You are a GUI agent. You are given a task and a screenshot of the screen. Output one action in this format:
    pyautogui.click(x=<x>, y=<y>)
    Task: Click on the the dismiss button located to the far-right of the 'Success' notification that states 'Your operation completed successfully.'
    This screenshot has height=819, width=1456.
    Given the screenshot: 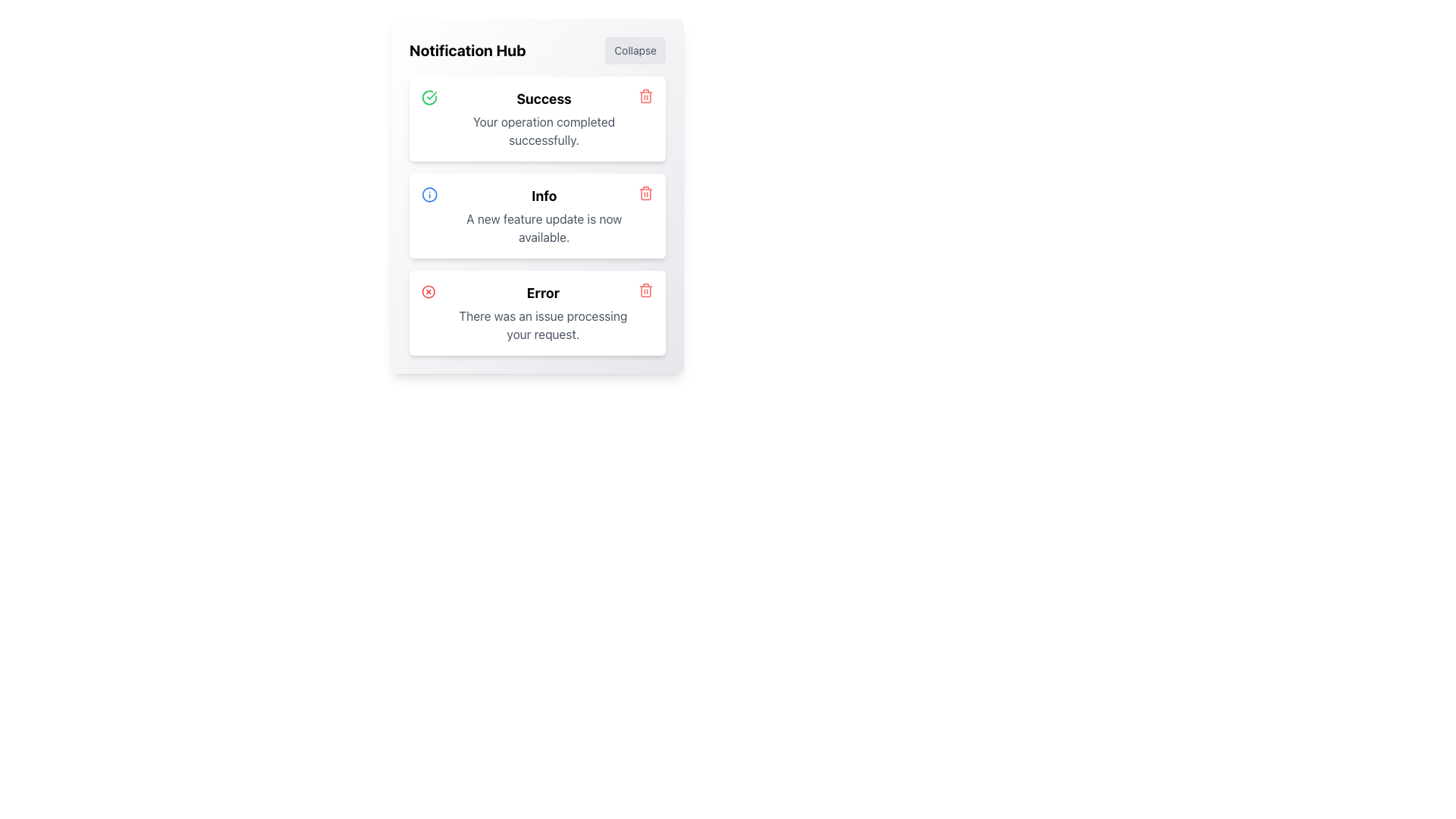 What is the action you would take?
    pyautogui.click(x=645, y=96)
    